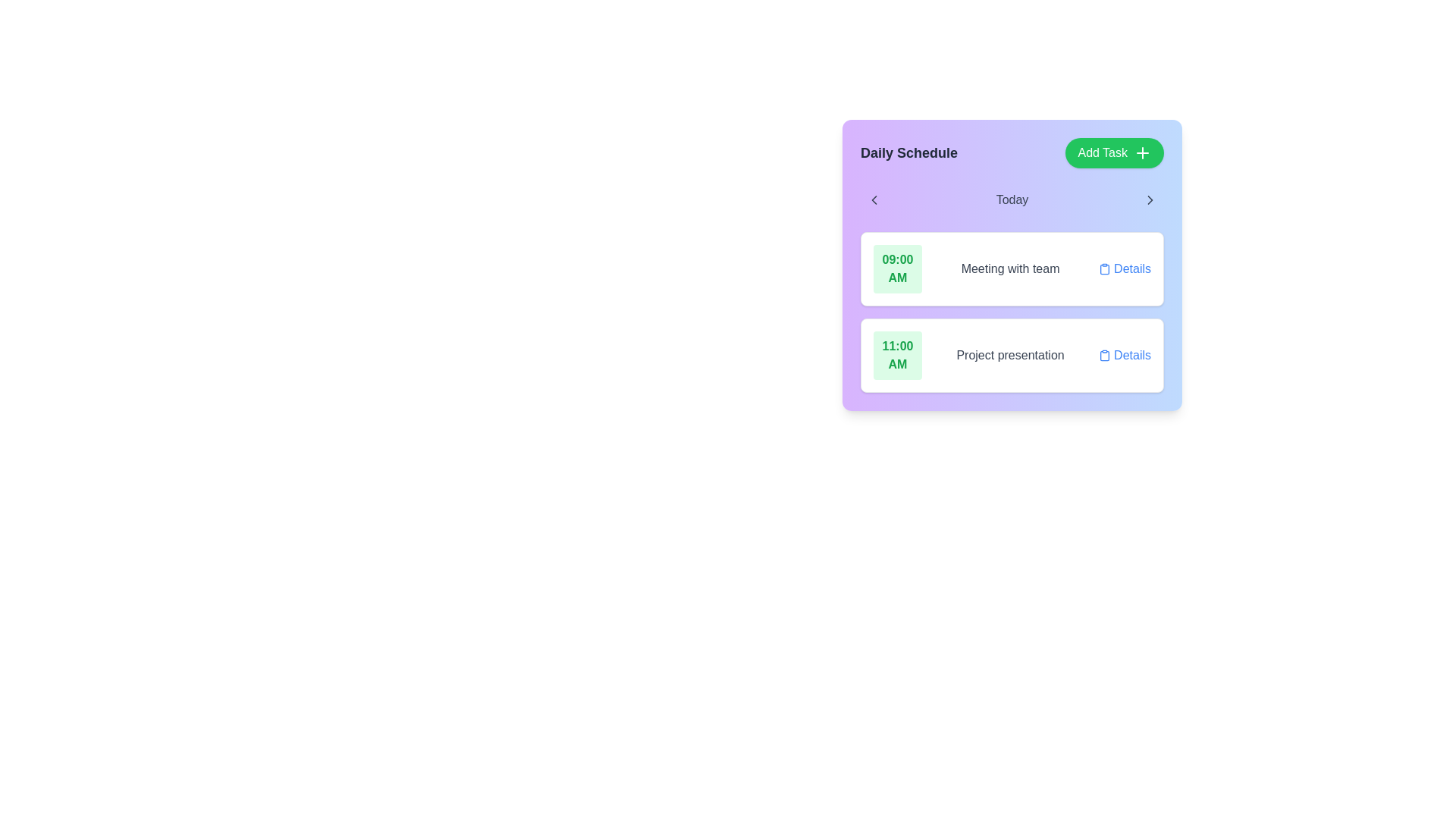 The height and width of the screenshot is (819, 1456). Describe the element at coordinates (874, 199) in the screenshot. I see `the left-pointing chevron icon button located in the top-left corner of the 'Daily Schedule' box` at that location.